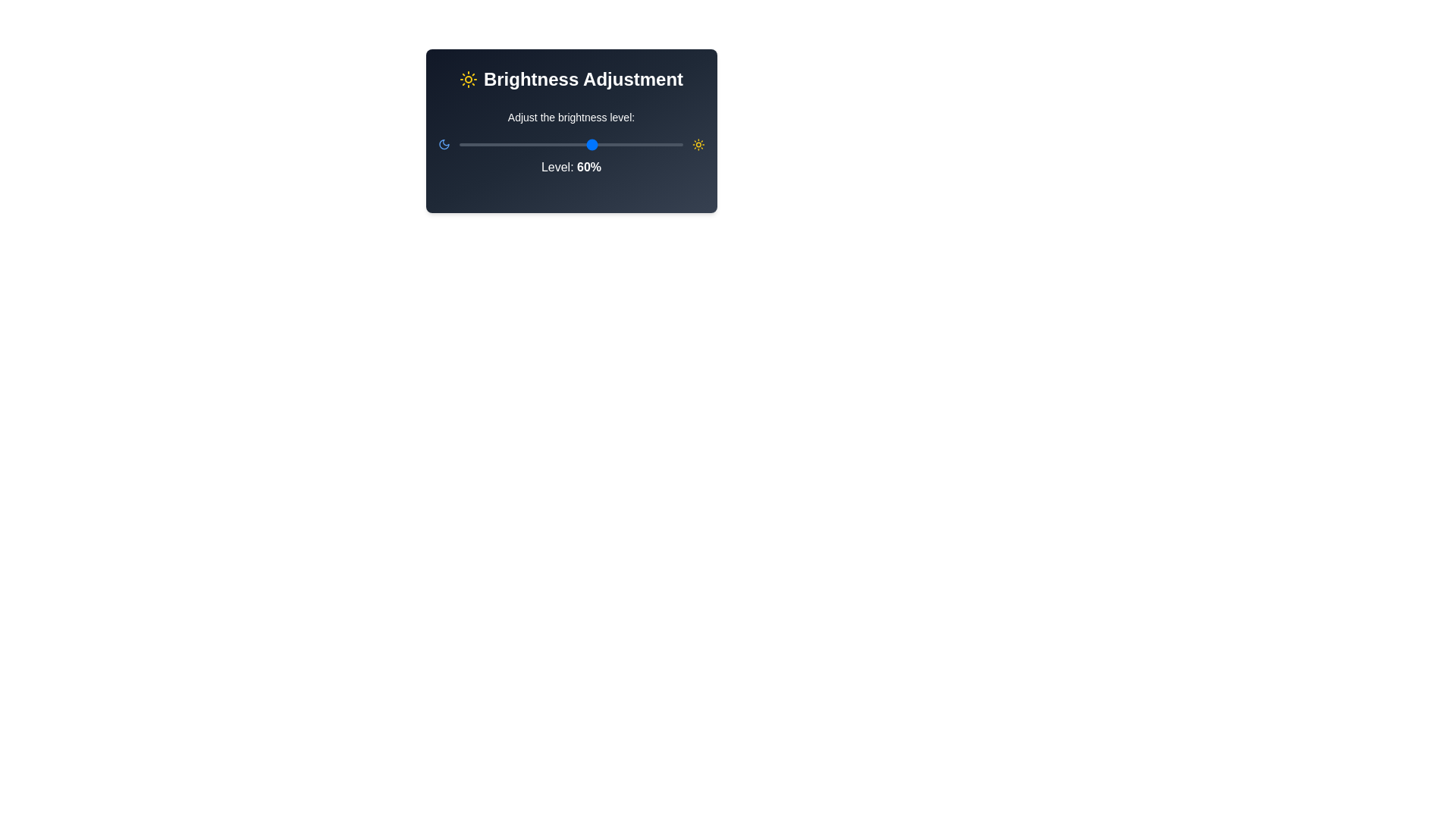  I want to click on the text element displaying '60%' which indicates the brightness level, prominently shown in white bold font against a dark background, so click(588, 167).